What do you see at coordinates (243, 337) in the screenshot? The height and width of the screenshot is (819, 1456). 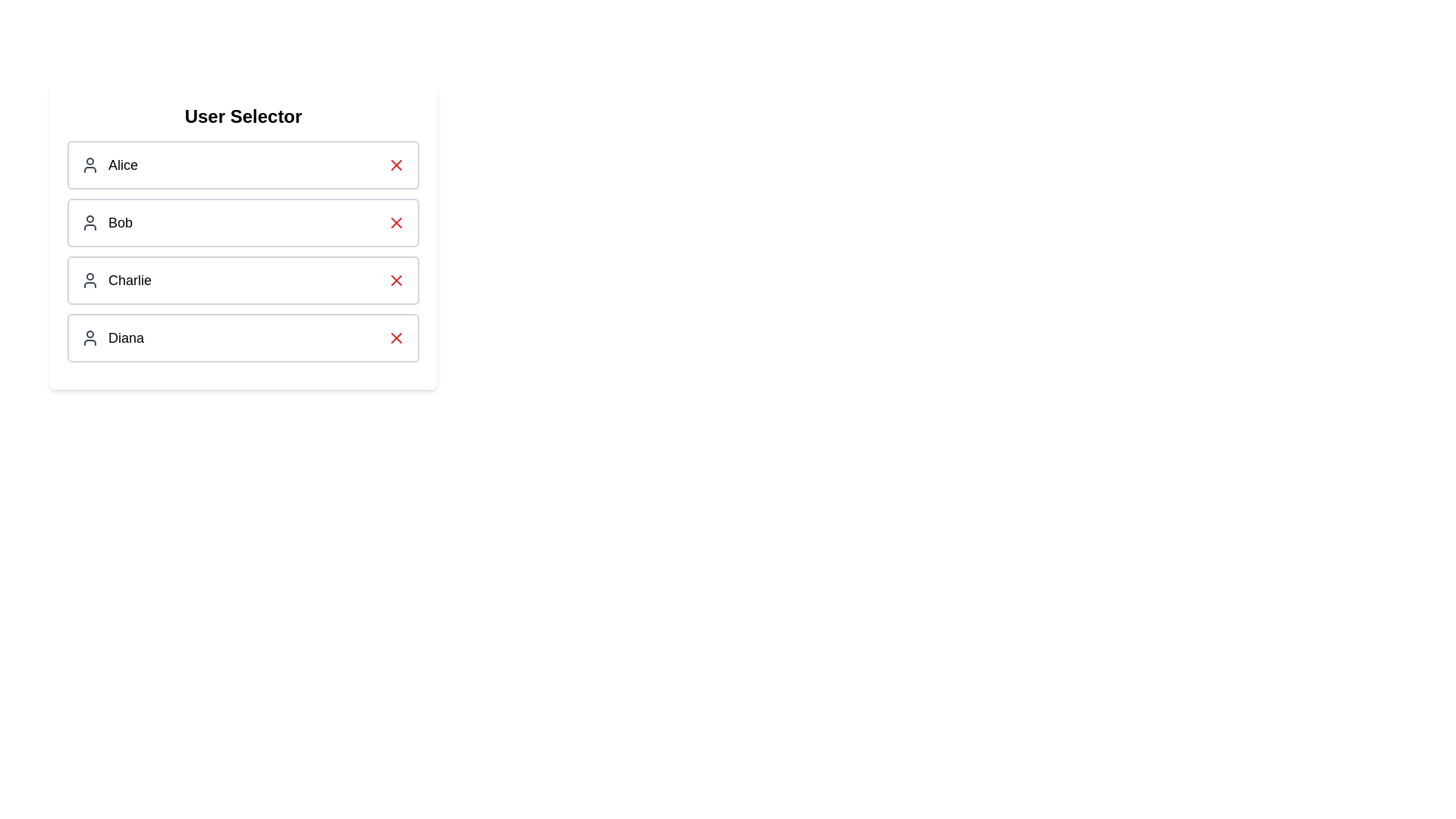 I see `the user Diana by clicking on their entry` at bounding box center [243, 337].